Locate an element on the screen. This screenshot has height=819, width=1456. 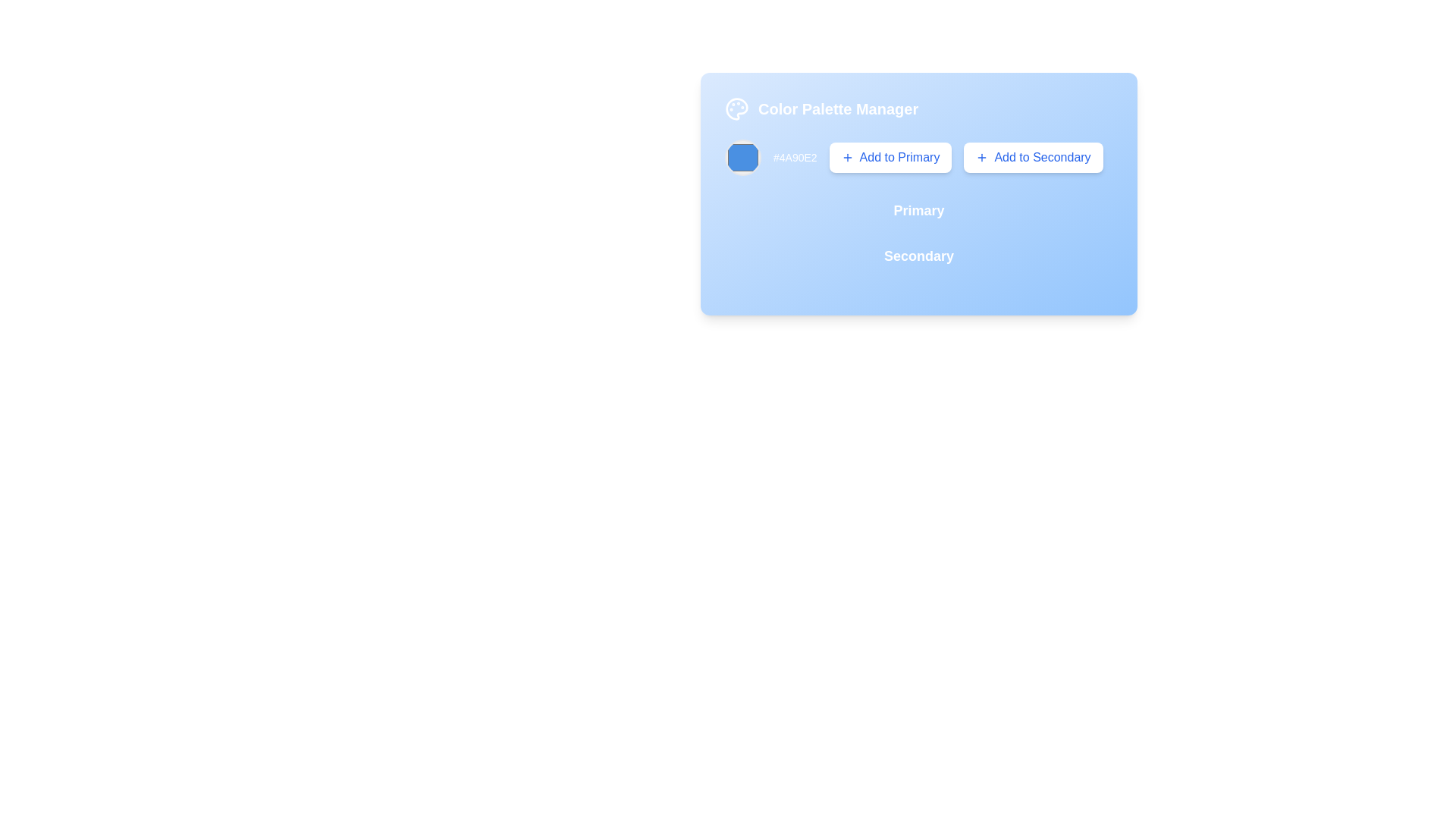
the interactive buttons in the color palette manager is located at coordinates (918, 158).